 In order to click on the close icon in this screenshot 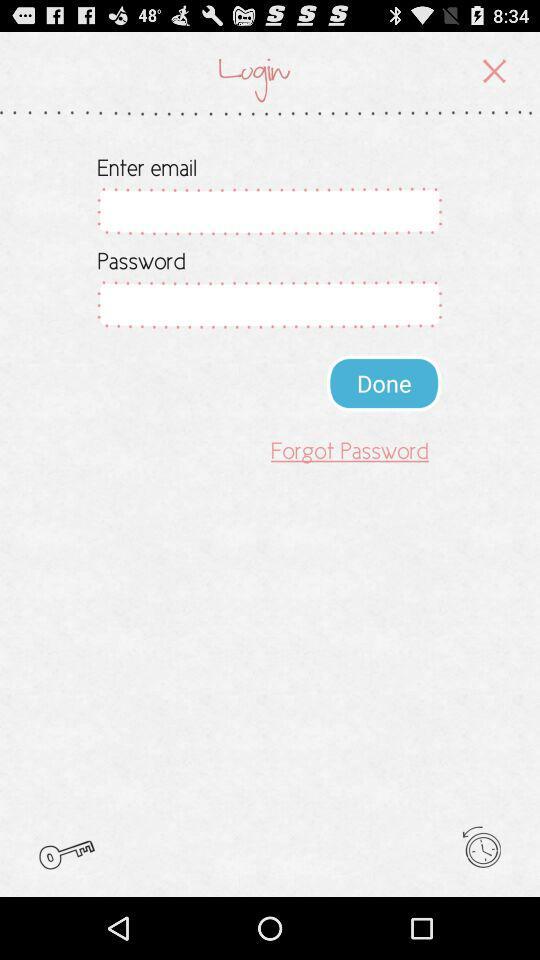, I will do `click(494, 75)`.